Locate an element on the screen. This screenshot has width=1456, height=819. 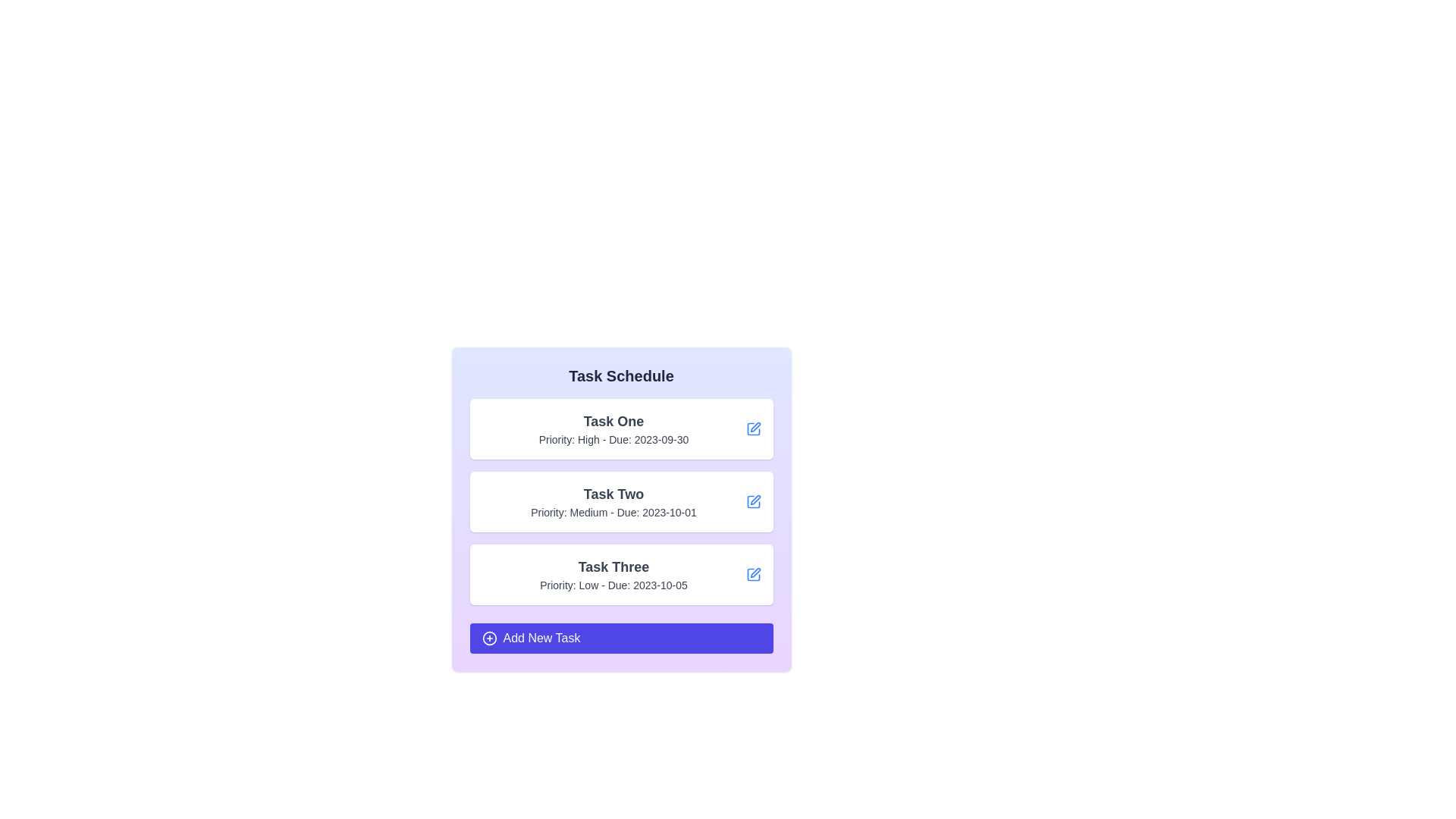
the task item Task Three to highlight it is located at coordinates (621, 575).